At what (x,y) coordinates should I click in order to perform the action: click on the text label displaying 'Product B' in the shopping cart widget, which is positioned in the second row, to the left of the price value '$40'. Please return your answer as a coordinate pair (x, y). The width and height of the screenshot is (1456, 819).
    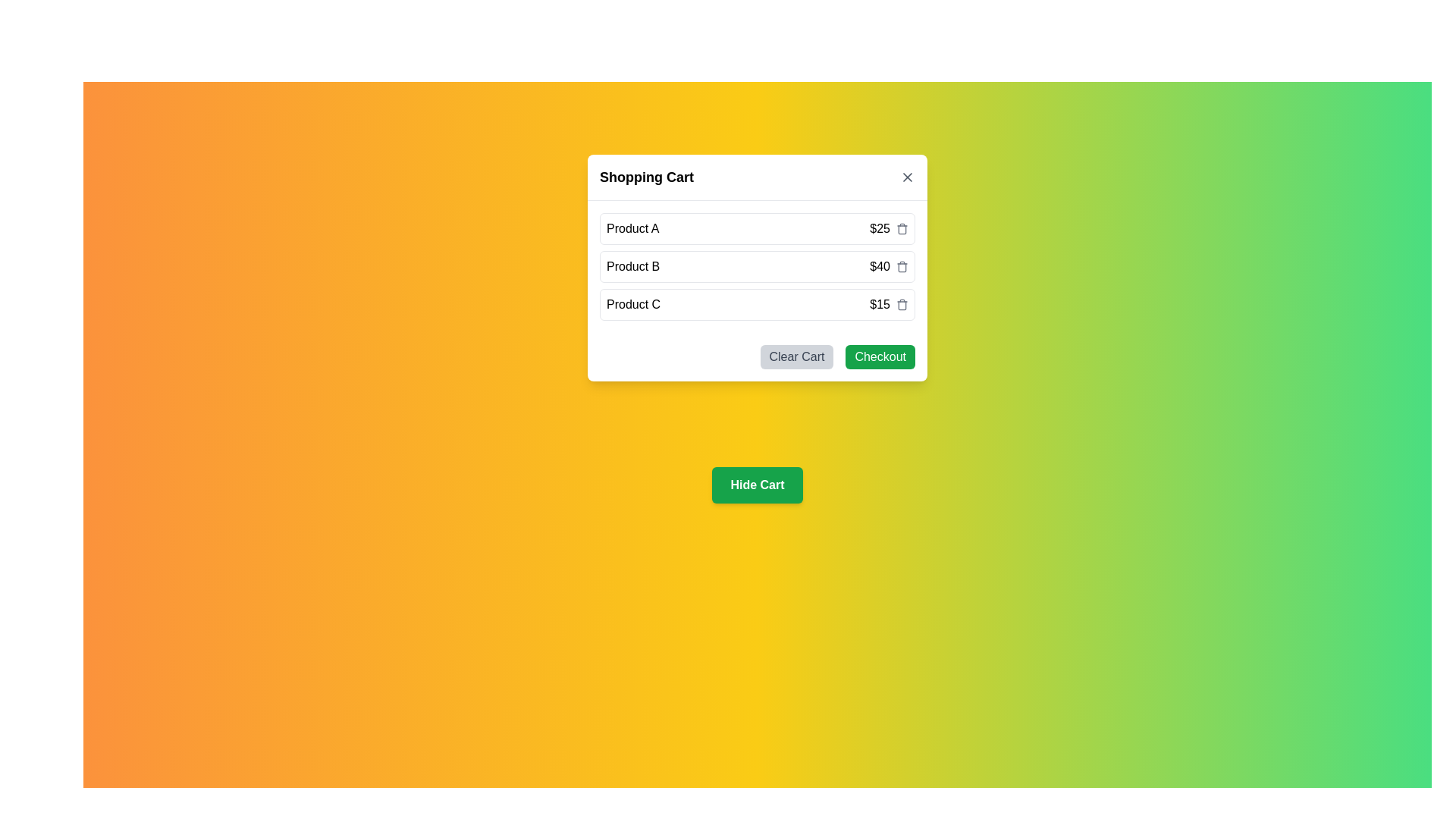
    Looking at the image, I should click on (633, 265).